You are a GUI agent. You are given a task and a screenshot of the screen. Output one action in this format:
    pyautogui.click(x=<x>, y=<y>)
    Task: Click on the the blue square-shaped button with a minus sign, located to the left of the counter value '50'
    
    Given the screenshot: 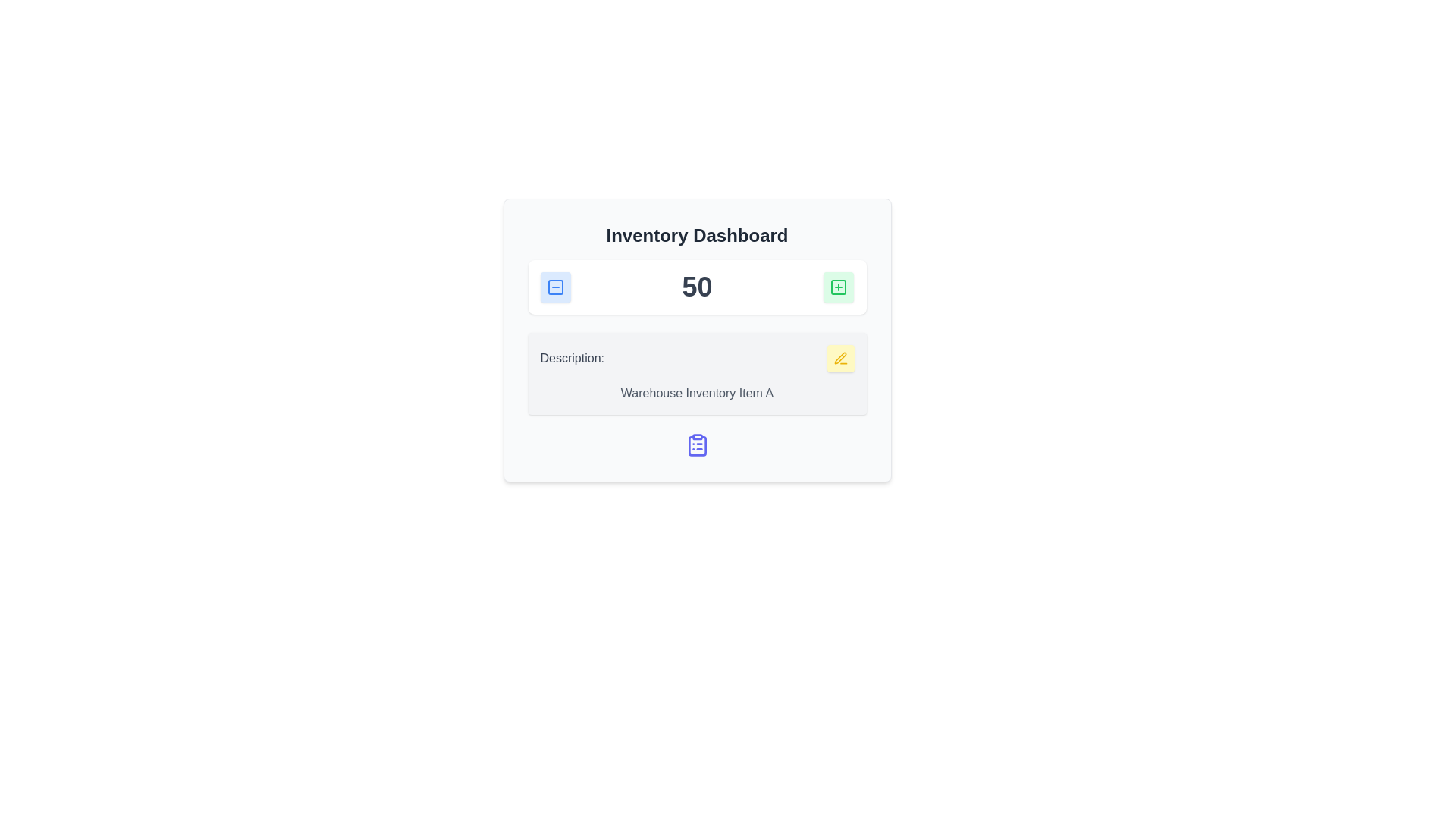 What is the action you would take?
    pyautogui.click(x=554, y=287)
    